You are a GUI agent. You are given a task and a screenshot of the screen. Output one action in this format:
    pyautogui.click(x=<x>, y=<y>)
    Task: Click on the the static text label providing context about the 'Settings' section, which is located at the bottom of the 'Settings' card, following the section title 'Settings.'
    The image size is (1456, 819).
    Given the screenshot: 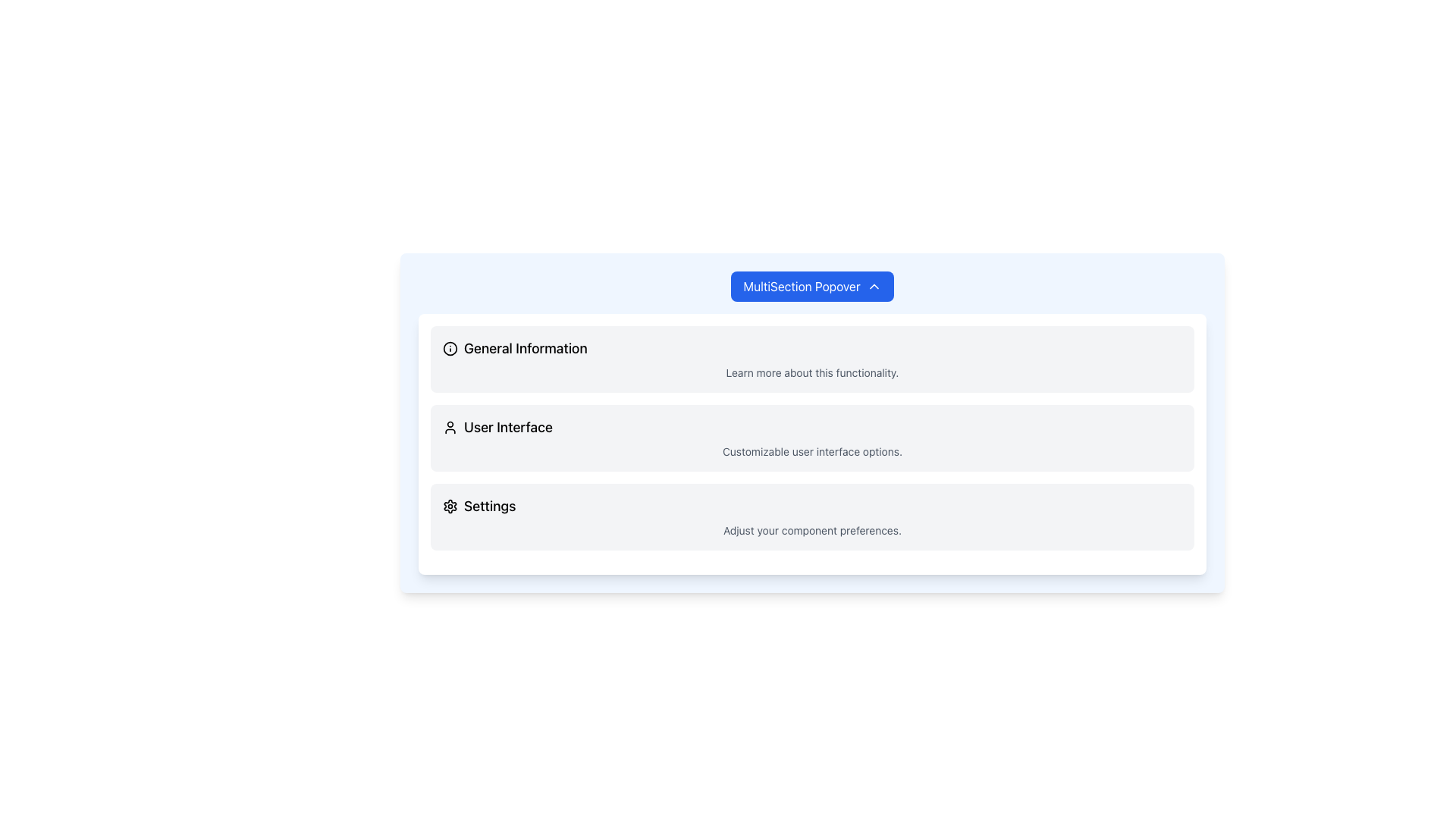 What is the action you would take?
    pyautogui.click(x=811, y=529)
    